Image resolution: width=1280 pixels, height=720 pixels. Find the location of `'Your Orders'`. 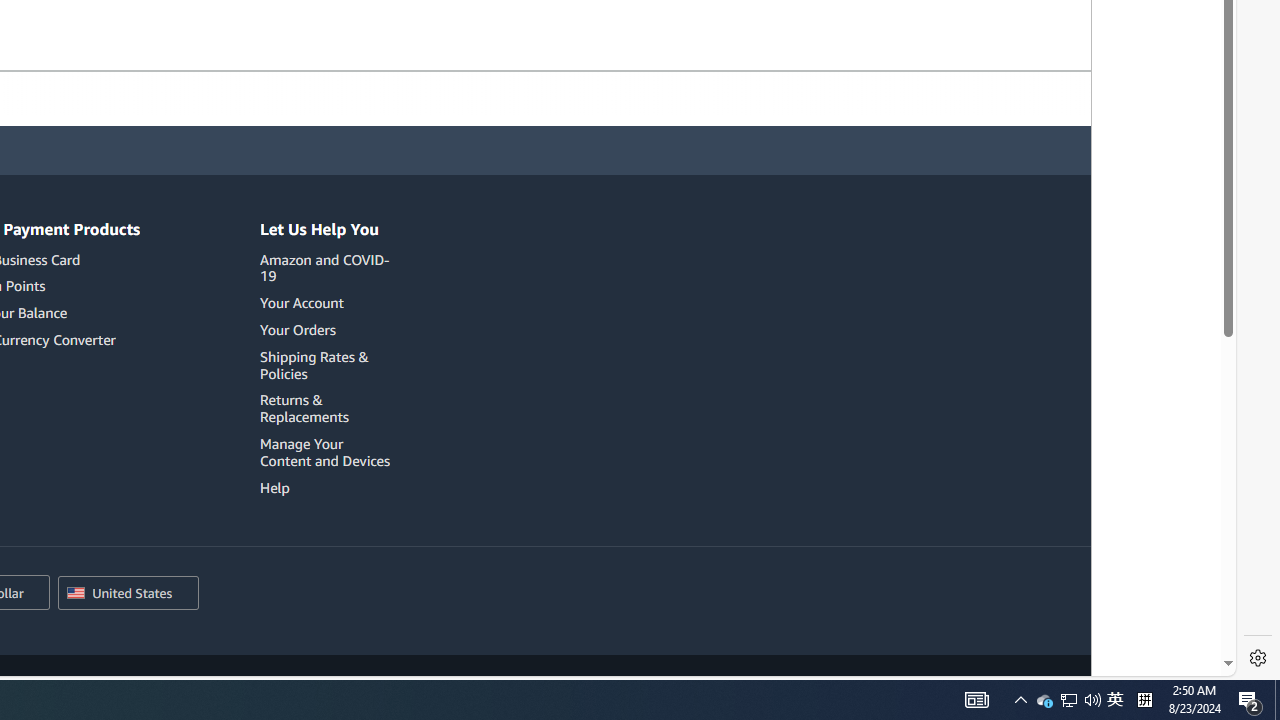

'Your Orders' is located at coordinates (296, 328).